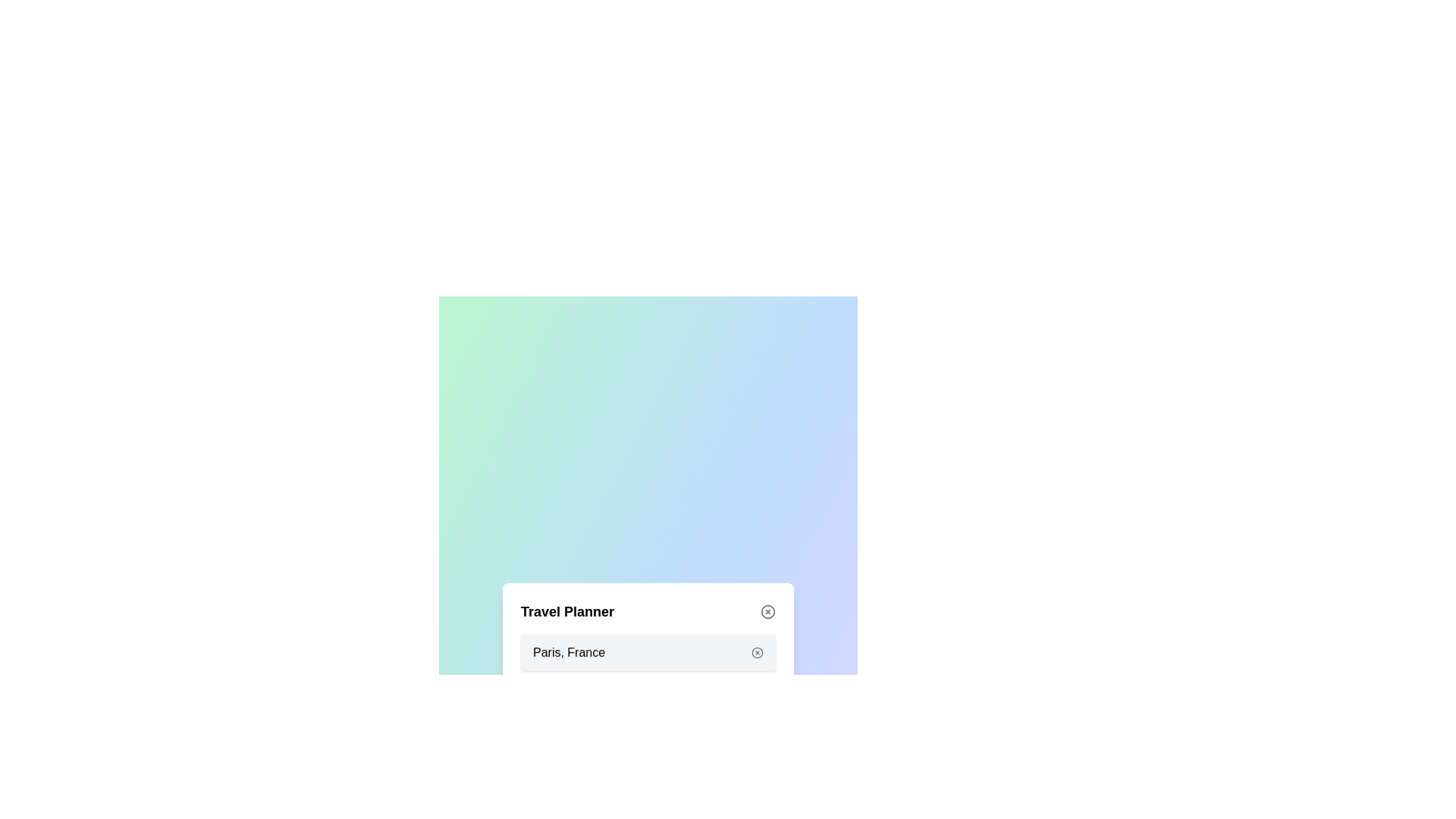 This screenshot has height=819, width=1456. Describe the element at coordinates (767, 610) in the screenshot. I see `close button in the top-right corner of the travel planner component` at that location.